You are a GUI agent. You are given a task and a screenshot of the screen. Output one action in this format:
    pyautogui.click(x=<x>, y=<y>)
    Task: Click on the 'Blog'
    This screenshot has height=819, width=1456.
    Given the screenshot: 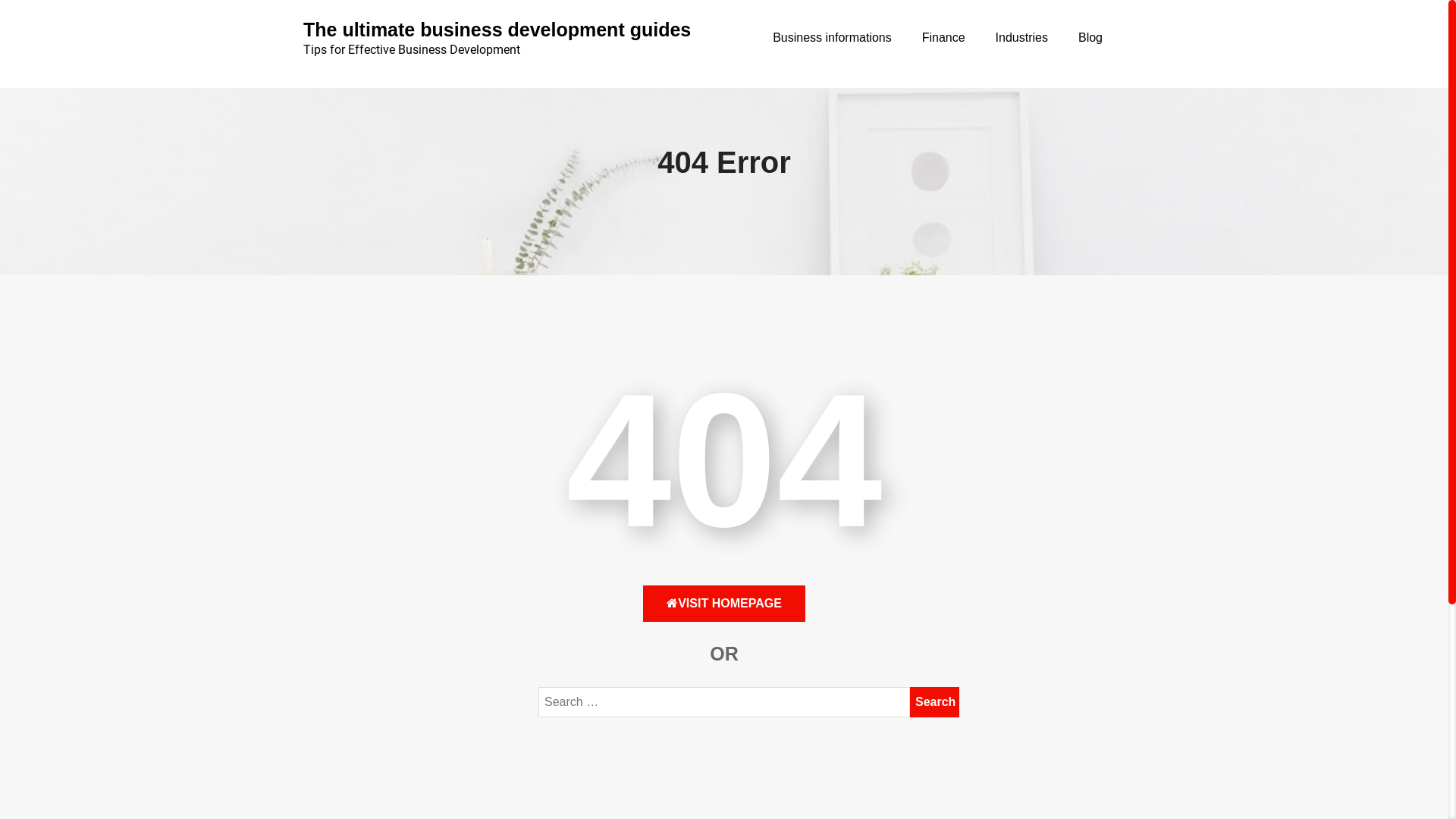 What is the action you would take?
    pyautogui.click(x=1090, y=37)
    